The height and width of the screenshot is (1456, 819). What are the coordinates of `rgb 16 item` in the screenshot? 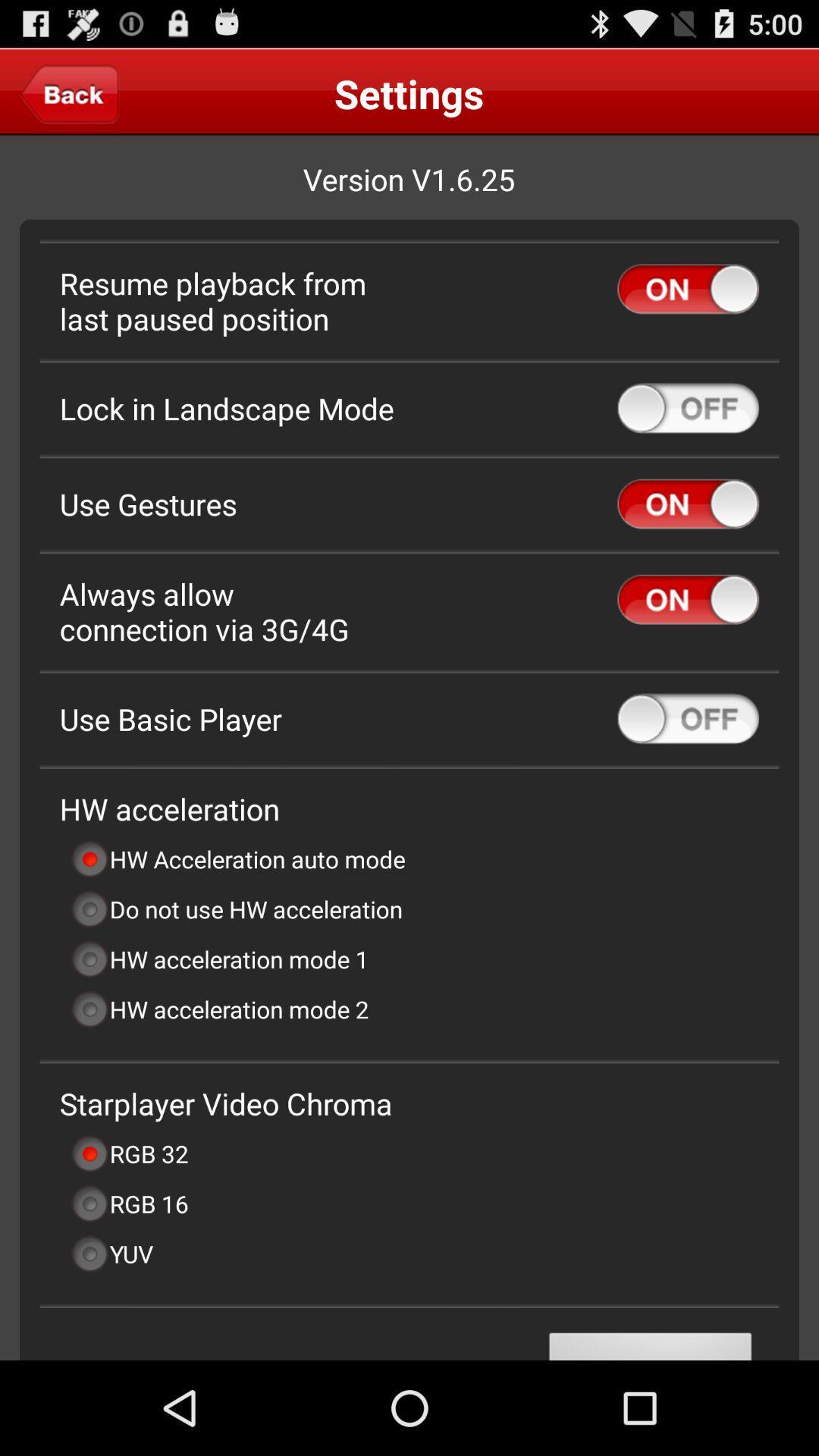 It's located at (128, 1203).